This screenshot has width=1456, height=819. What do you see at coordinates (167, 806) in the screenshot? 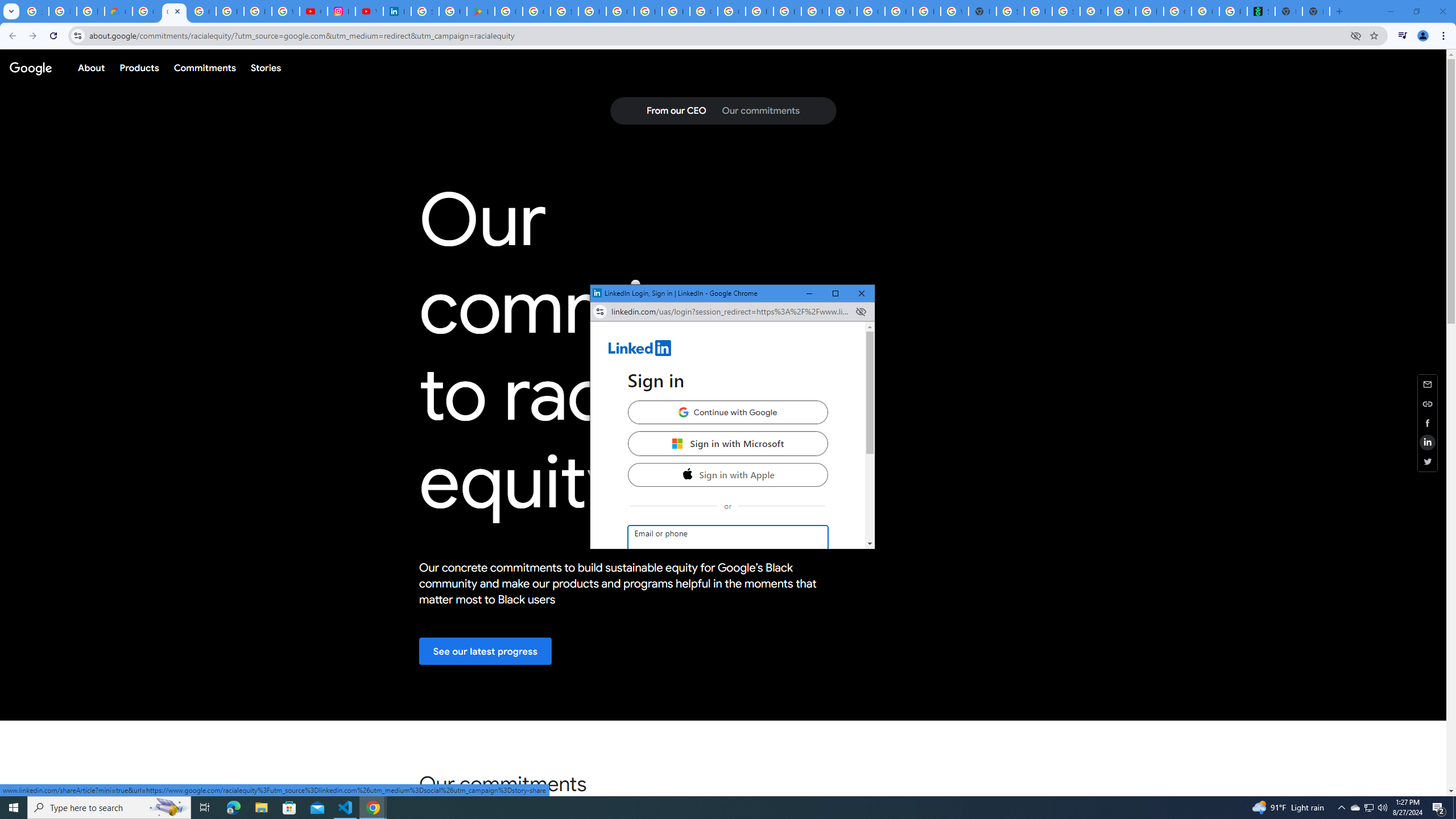
I see `'Search highlights icon opens search home window'` at bounding box center [167, 806].